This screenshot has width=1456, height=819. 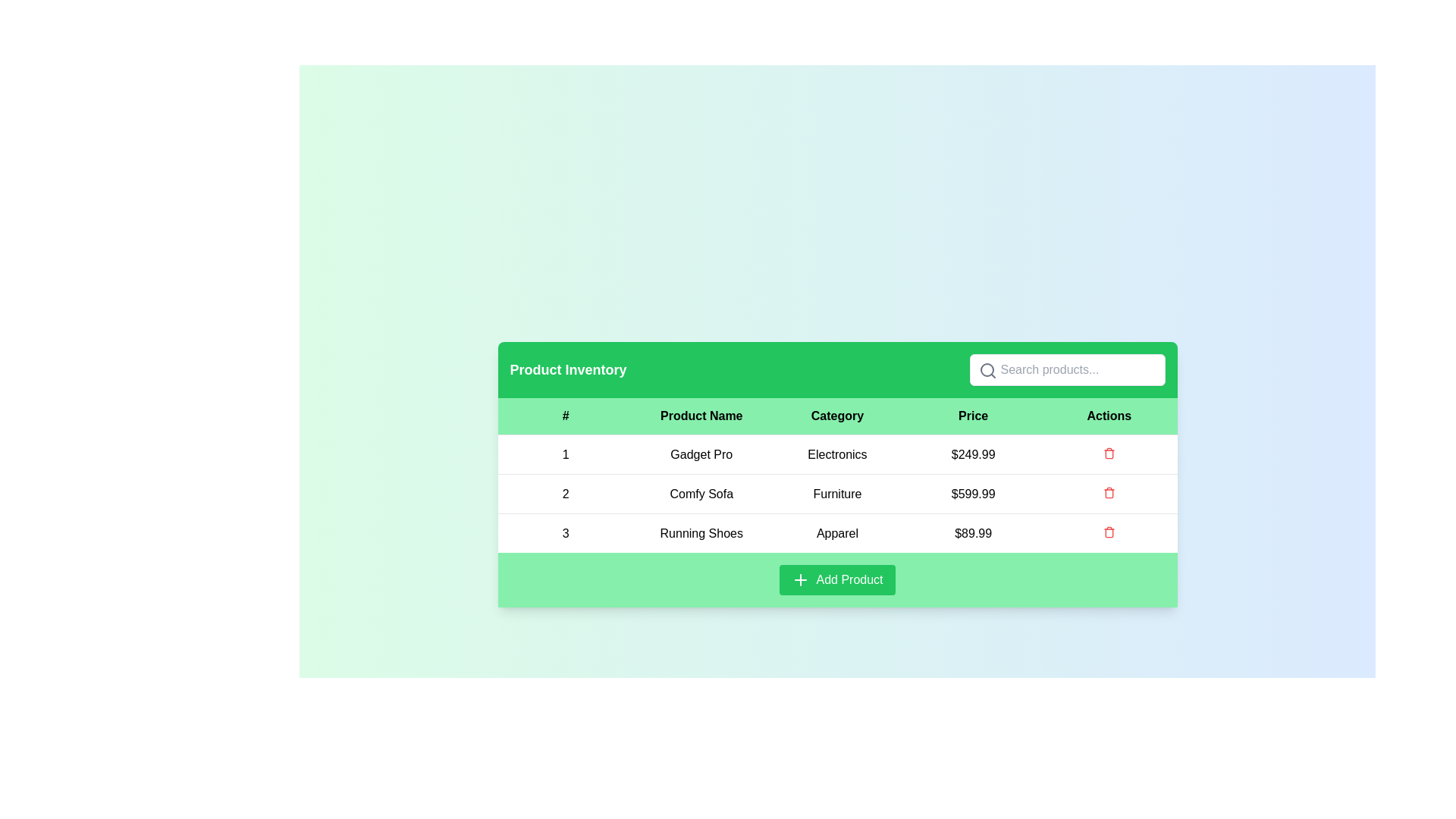 What do you see at coordinates (701, 494) in the screenshot?
I see `the row containing the 'Comfy Sofa' text by clicking on this Text display element located in the second row of the product table` at bounding box center [701, 494].